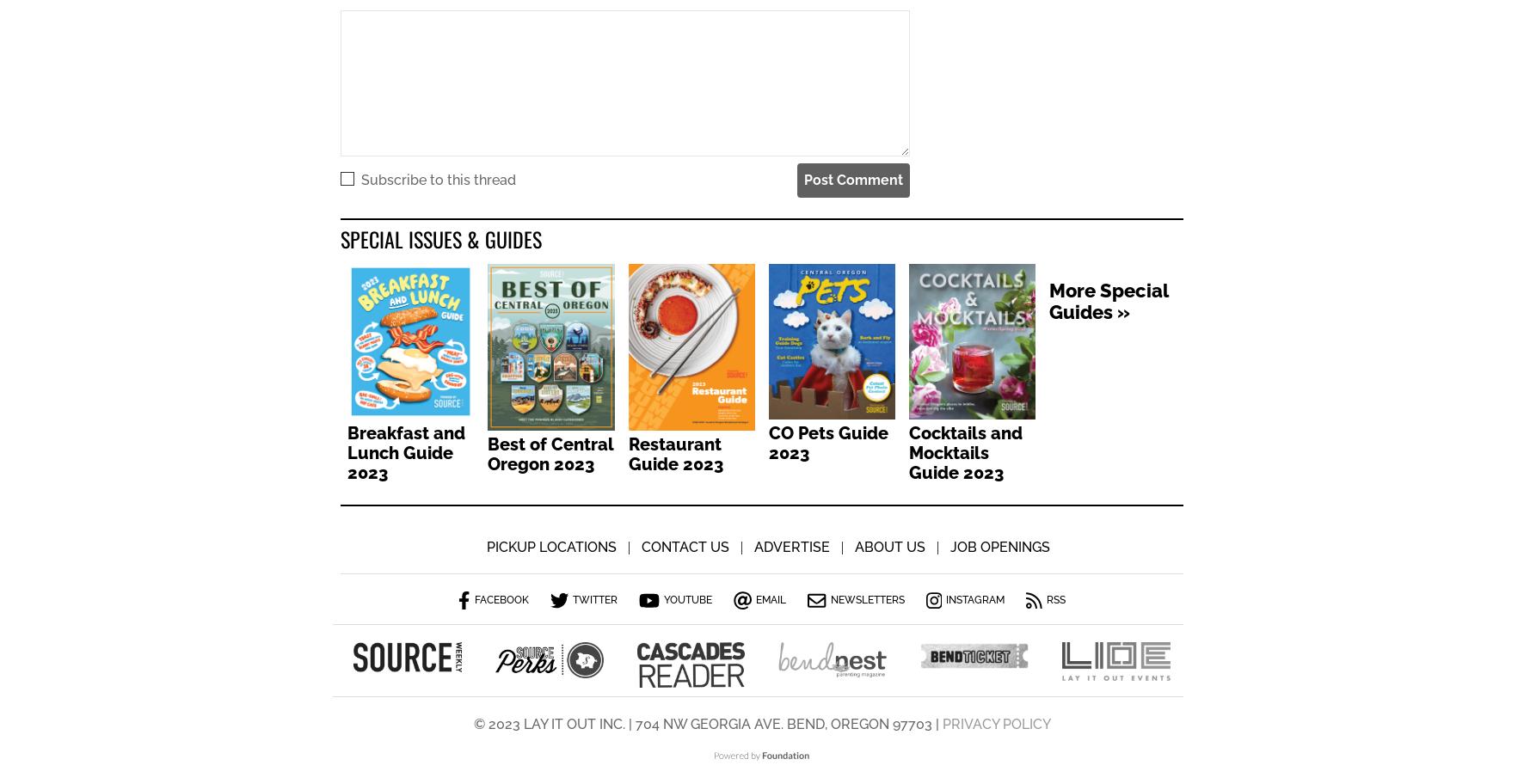 This screenshot has width=1524, height=784. What do you see at coordinates (501, 601) in the screenshot?
I see `'Facebook'` at bounding box center [501, 601].